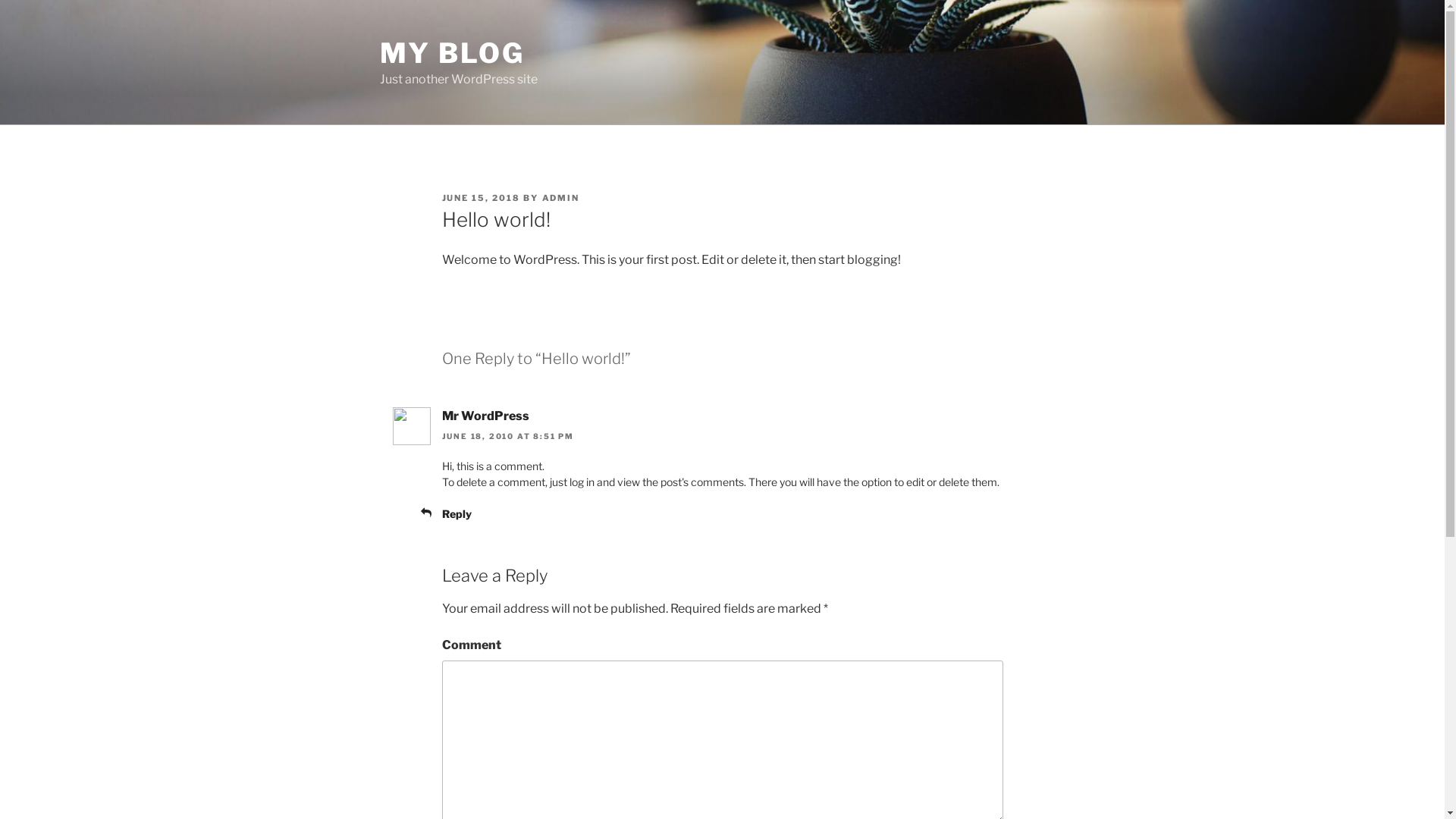 The width and height of the screenshot is (1456, 819). Describe the element at coordinates (479, 197) in the screenshot. I see `'JUNE 15, 2018'` at that location.